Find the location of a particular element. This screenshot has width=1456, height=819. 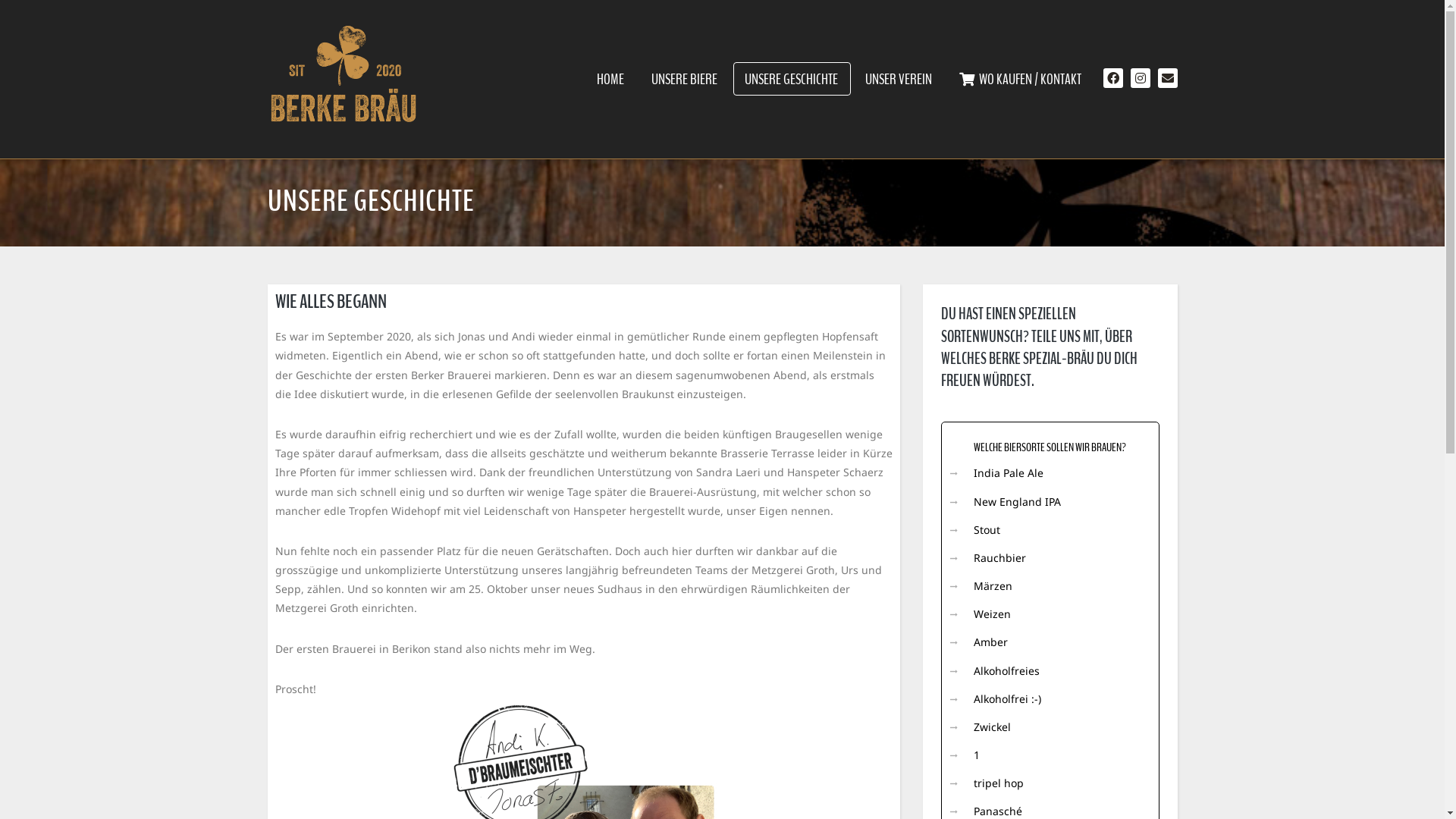

'UNSER VEREIN' is located at coordinates (899, 79).